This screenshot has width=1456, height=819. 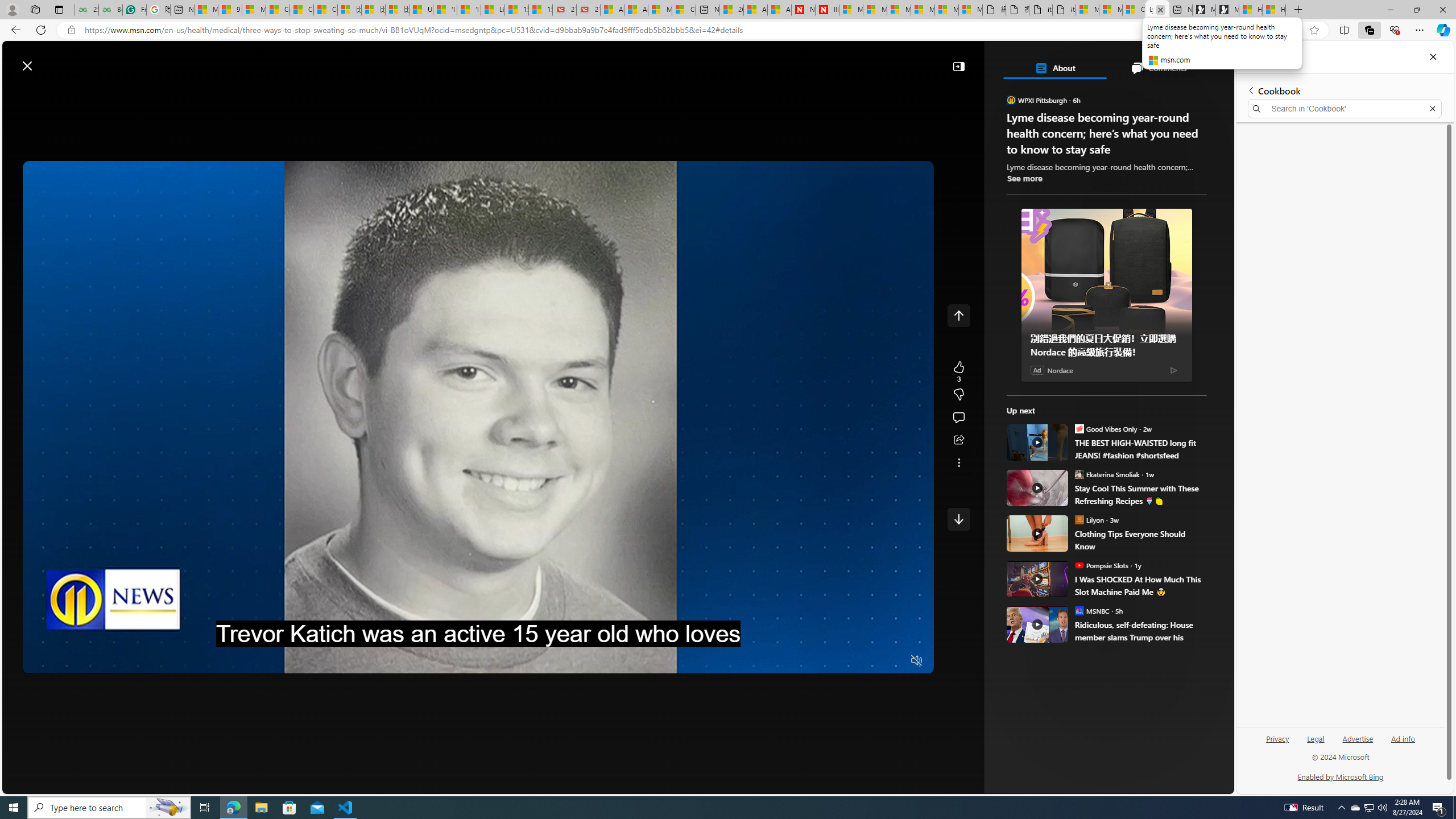 What do you see at coordinates (1250, 90) in the screenshot?
I see `'Back to list of collections'` at bounding box center [1250, 90].